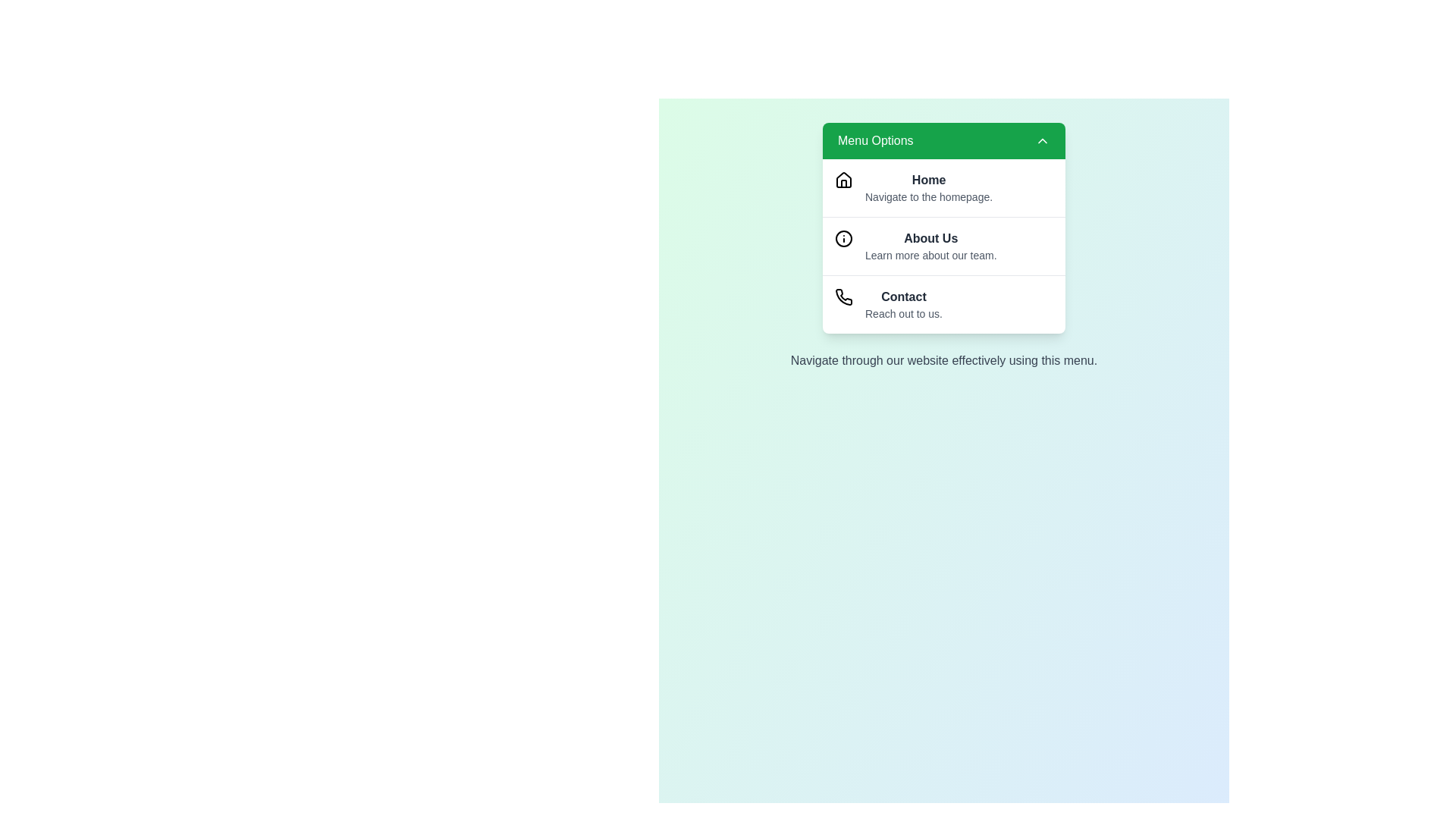 The image size is (1456, 819). Describe the element at coordinates (943, 140) in the screenshot. I see `the toggle button to expand or collapse the menu` at that location.